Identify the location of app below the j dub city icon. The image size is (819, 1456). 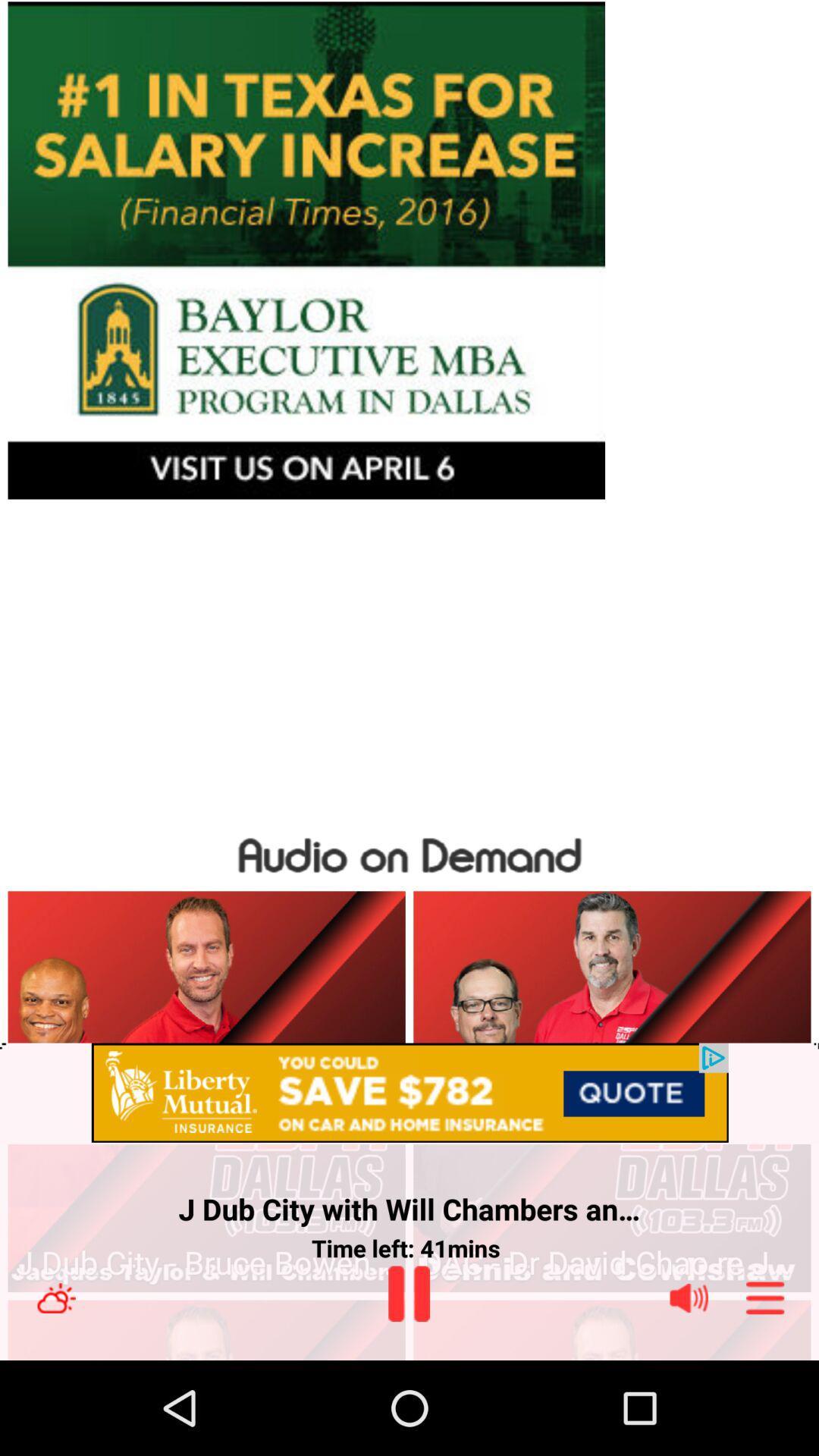
(611, 1263).